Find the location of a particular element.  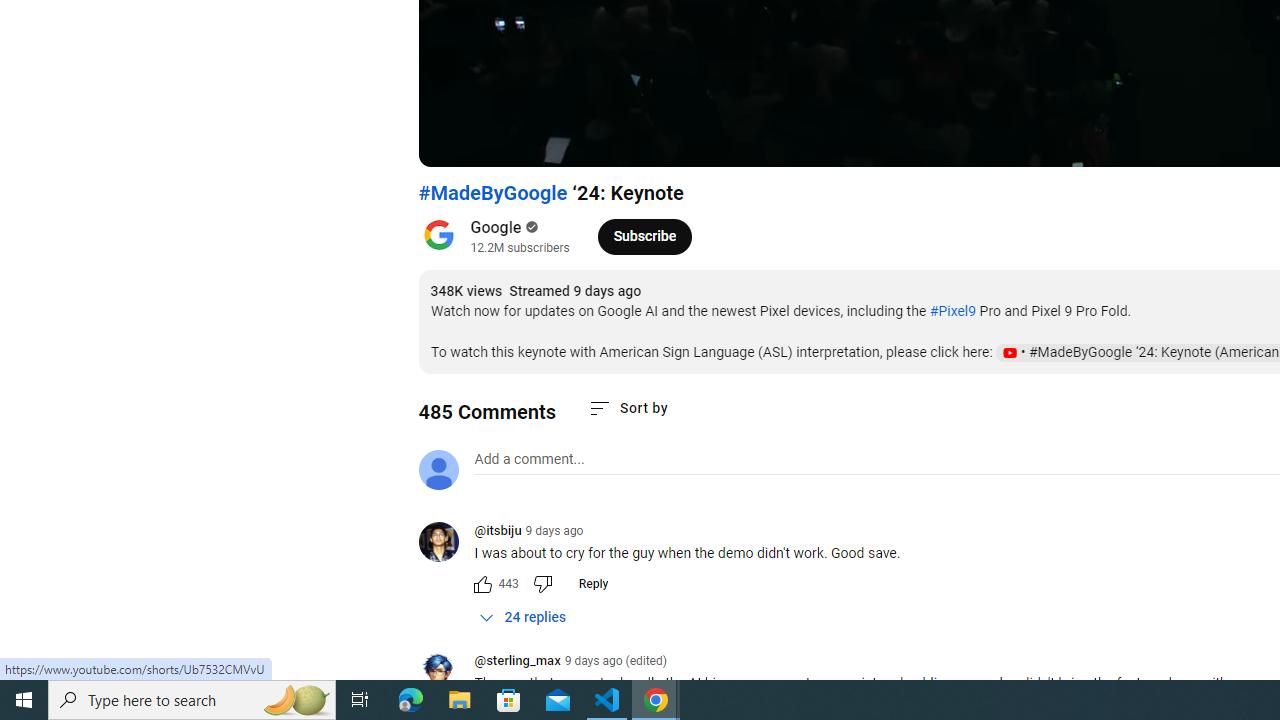

'Sort comments' is located at coordinates (626, 407).